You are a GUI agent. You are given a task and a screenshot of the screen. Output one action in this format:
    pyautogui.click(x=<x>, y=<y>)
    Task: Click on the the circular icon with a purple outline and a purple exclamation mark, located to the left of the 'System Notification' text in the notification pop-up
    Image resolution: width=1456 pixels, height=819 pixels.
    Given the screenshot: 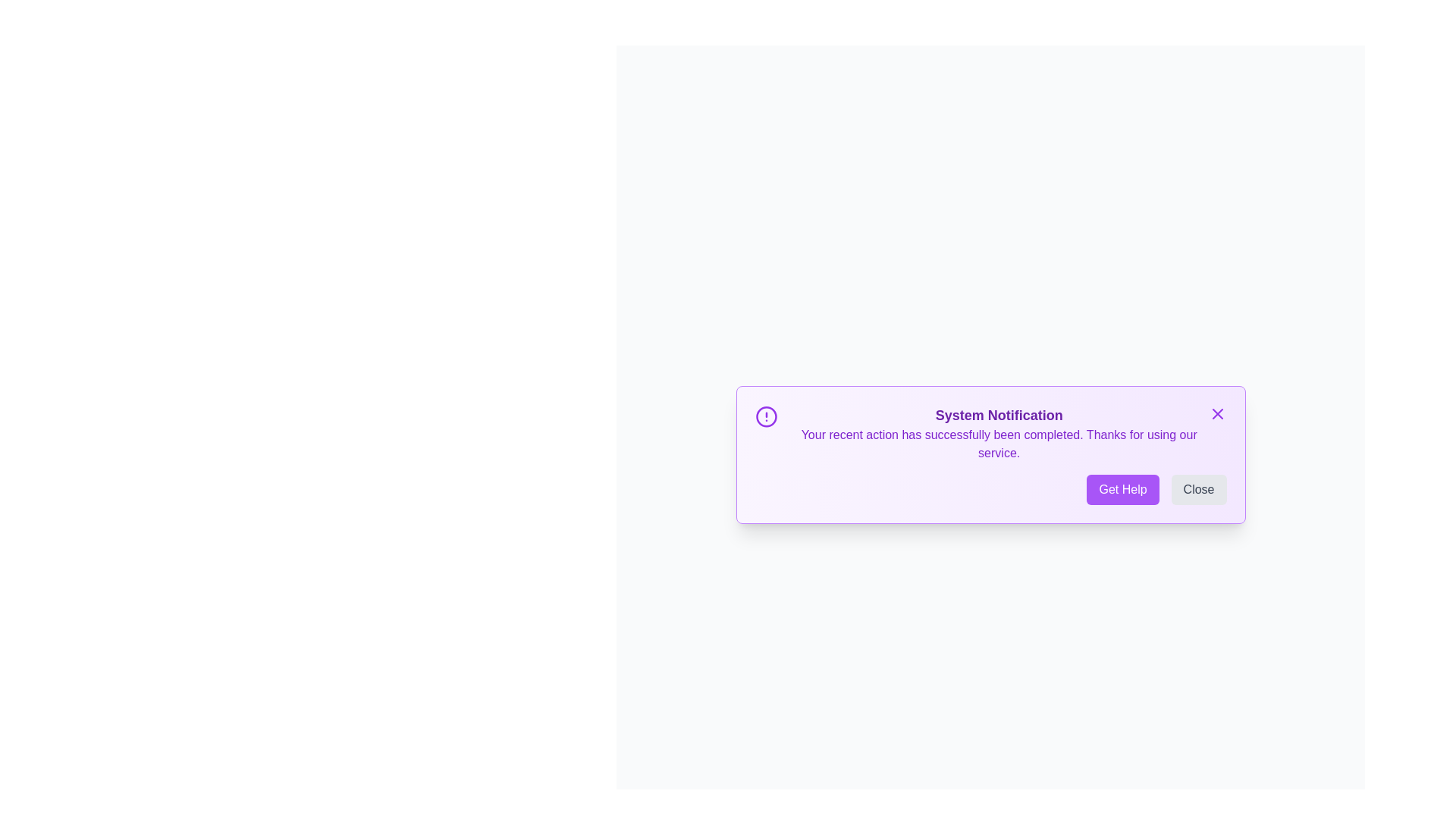 What is the action you would take?
    pyautogui.click(x=766, y=417)
    